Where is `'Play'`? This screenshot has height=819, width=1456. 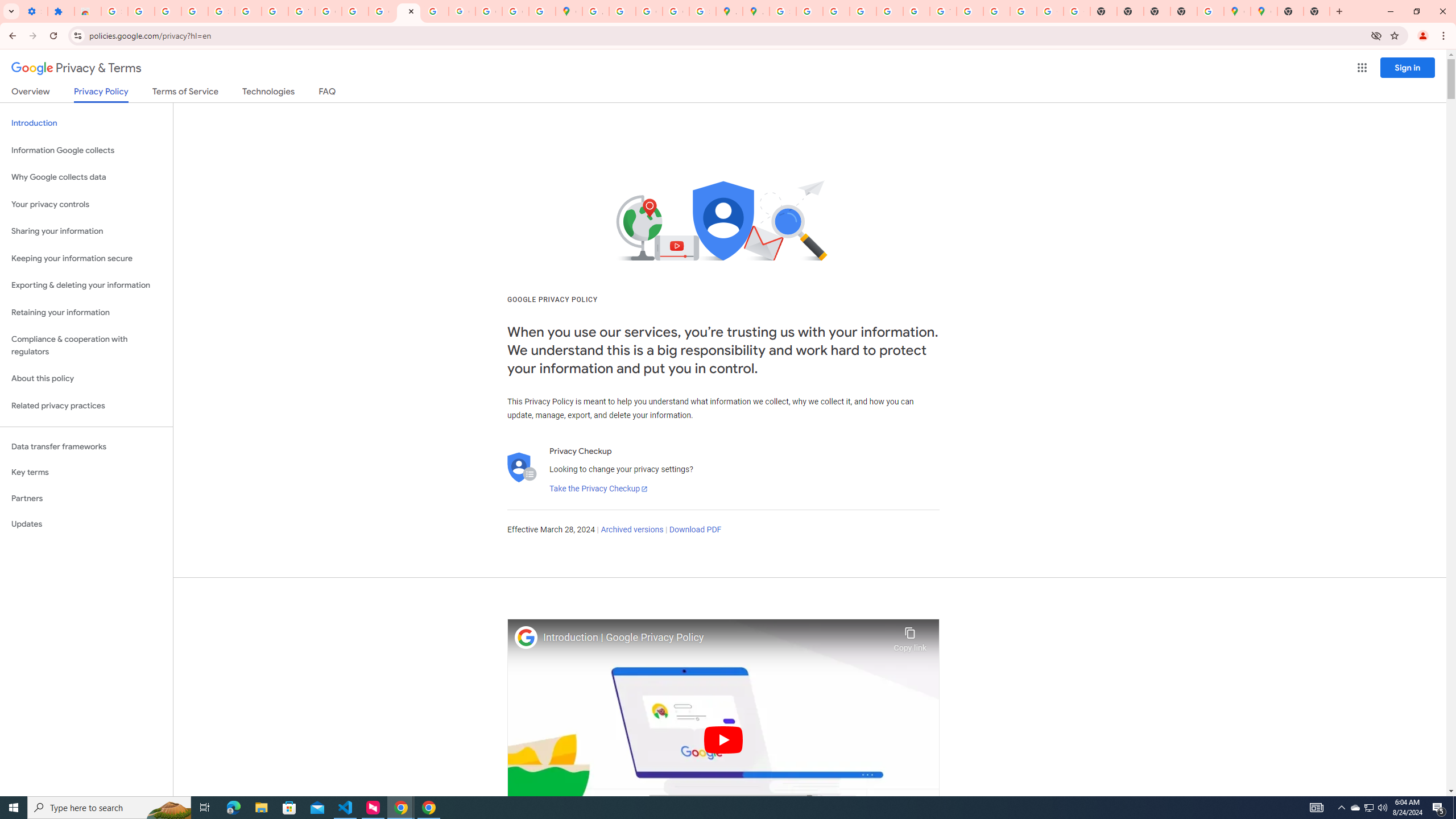
'Play' is located at coordinates (723, 739).